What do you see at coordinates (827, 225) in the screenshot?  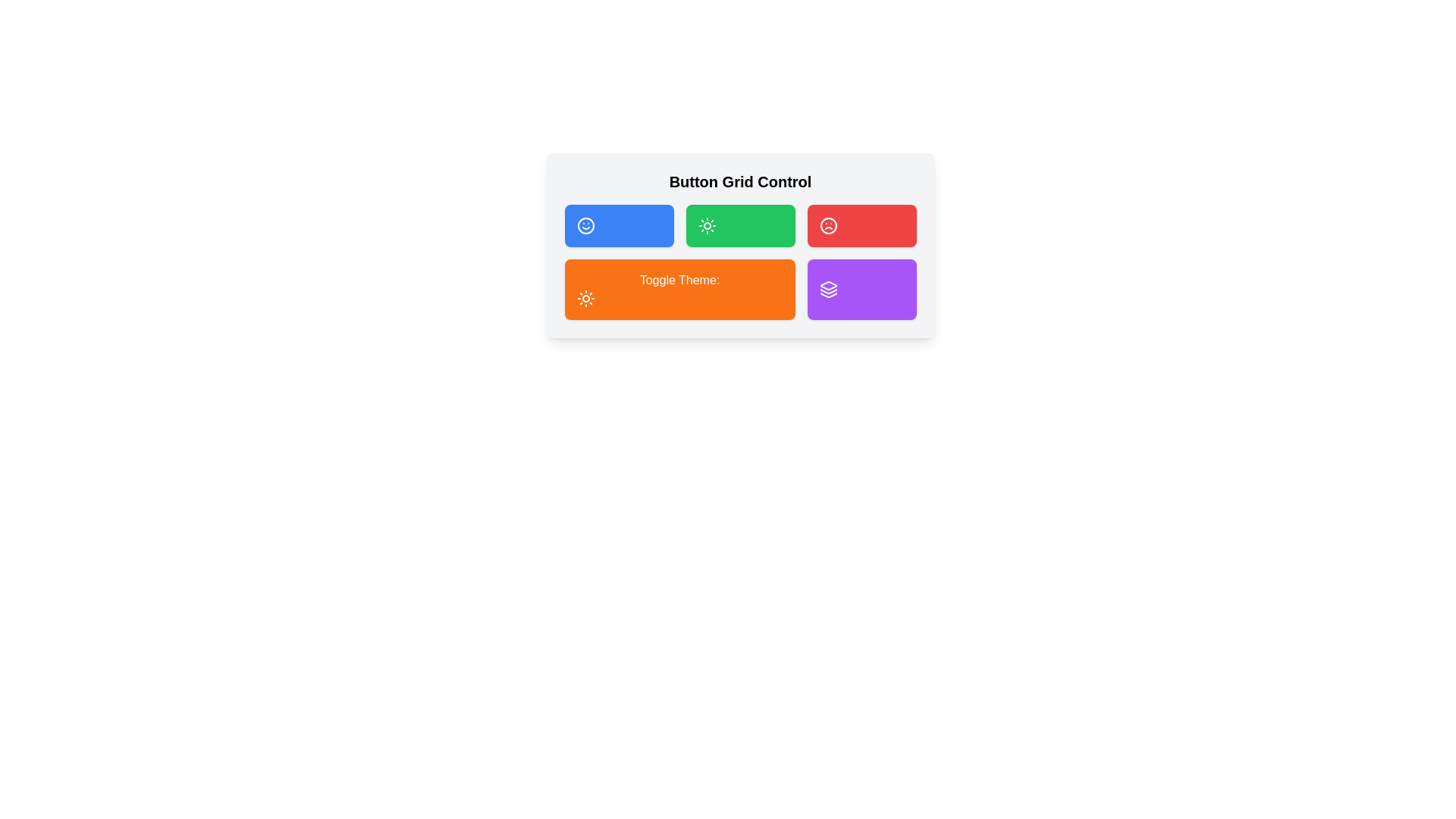 I see `central circular component of the SVG Circle Element representing a frown icon` at bounding box center [827, 225].